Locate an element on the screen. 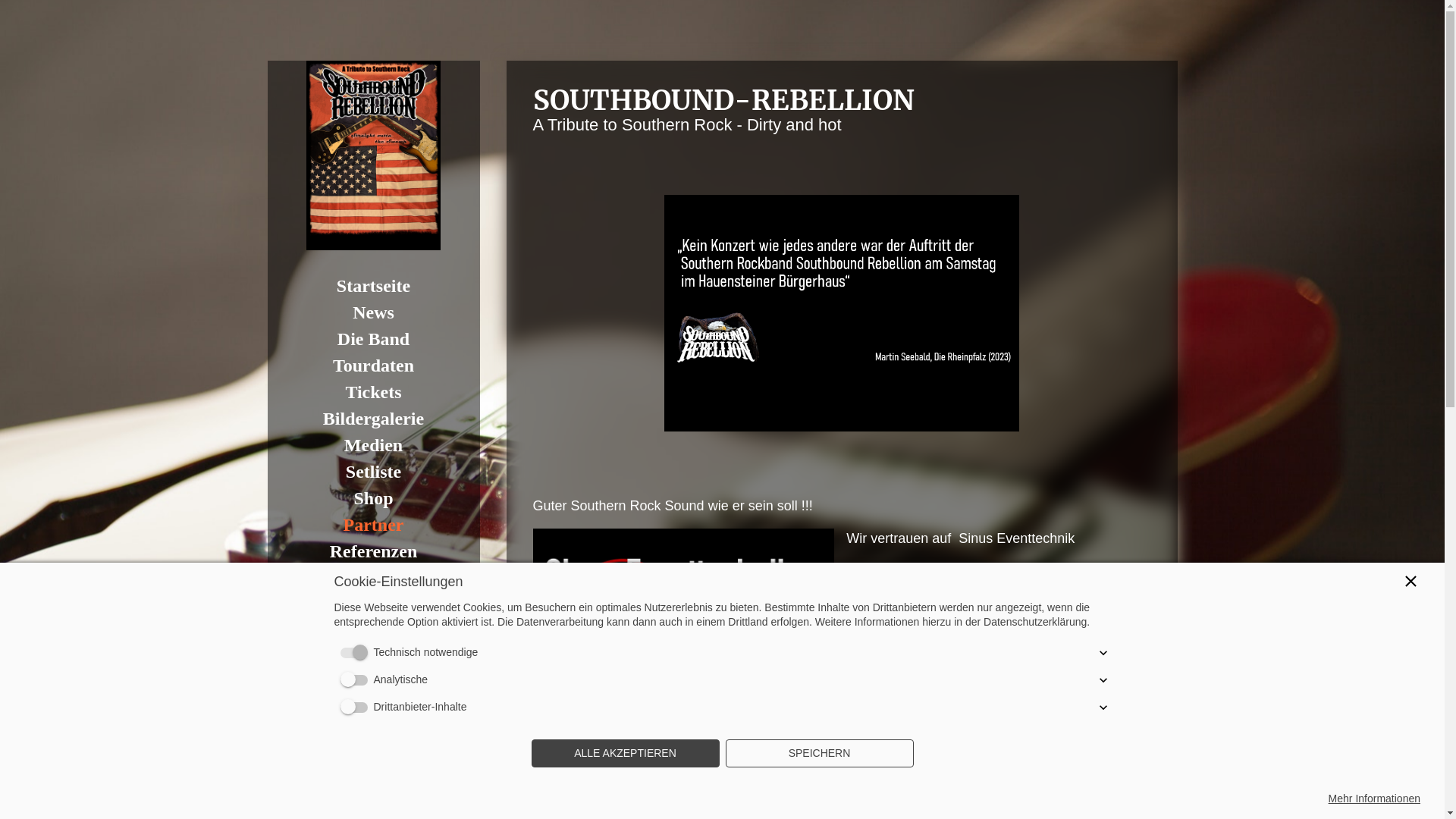 The height and width of the screenshot is (819, 1456). 'Referenzen' is located at coordinates (372, 551).